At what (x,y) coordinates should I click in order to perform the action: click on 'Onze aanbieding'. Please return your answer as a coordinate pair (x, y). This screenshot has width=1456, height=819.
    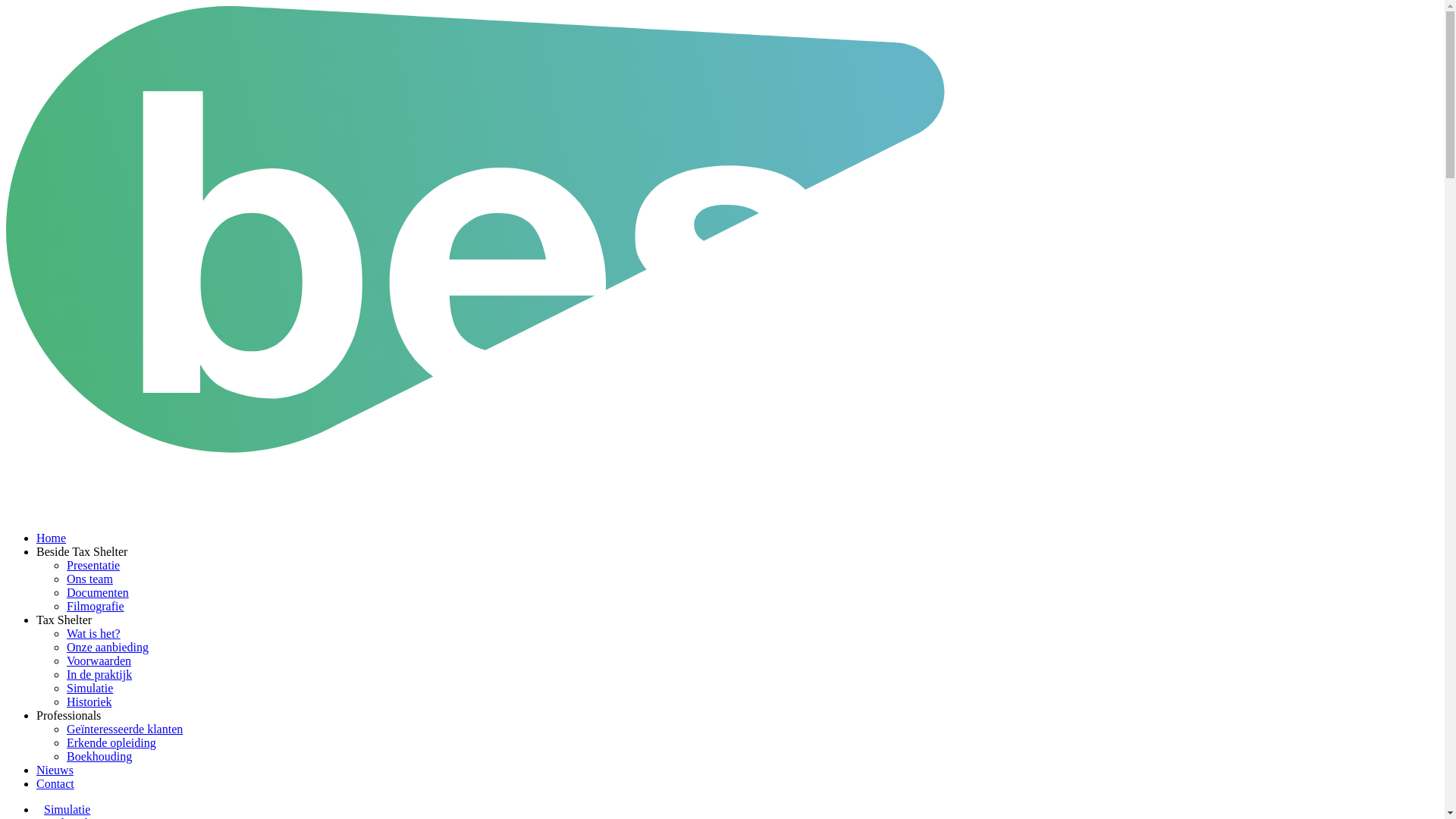
    Looking at the image, I should click on (107, 647).